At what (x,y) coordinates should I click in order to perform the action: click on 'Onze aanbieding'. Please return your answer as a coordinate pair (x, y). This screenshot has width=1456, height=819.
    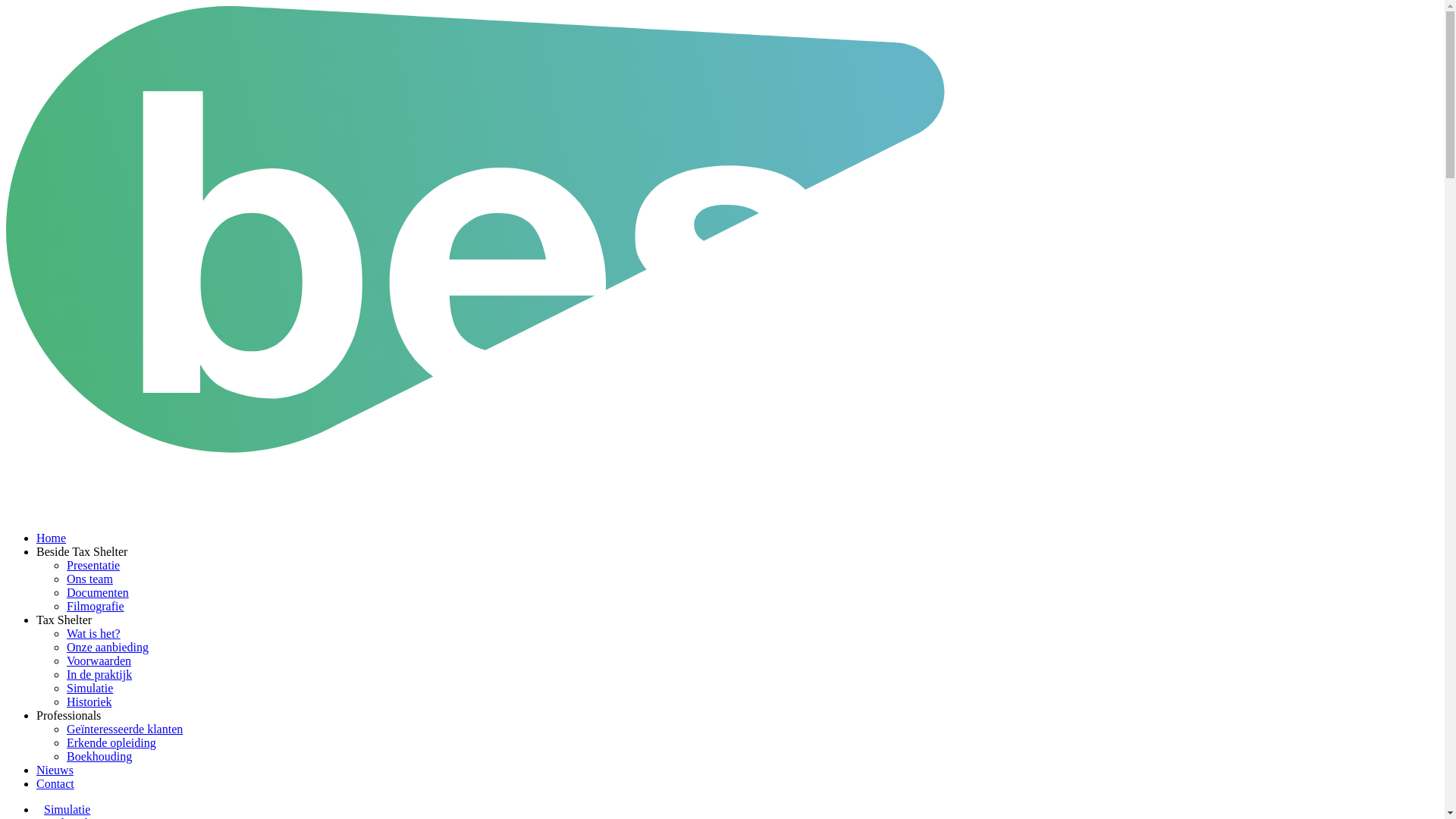
    Looking at the image, I should click on (107, 647).